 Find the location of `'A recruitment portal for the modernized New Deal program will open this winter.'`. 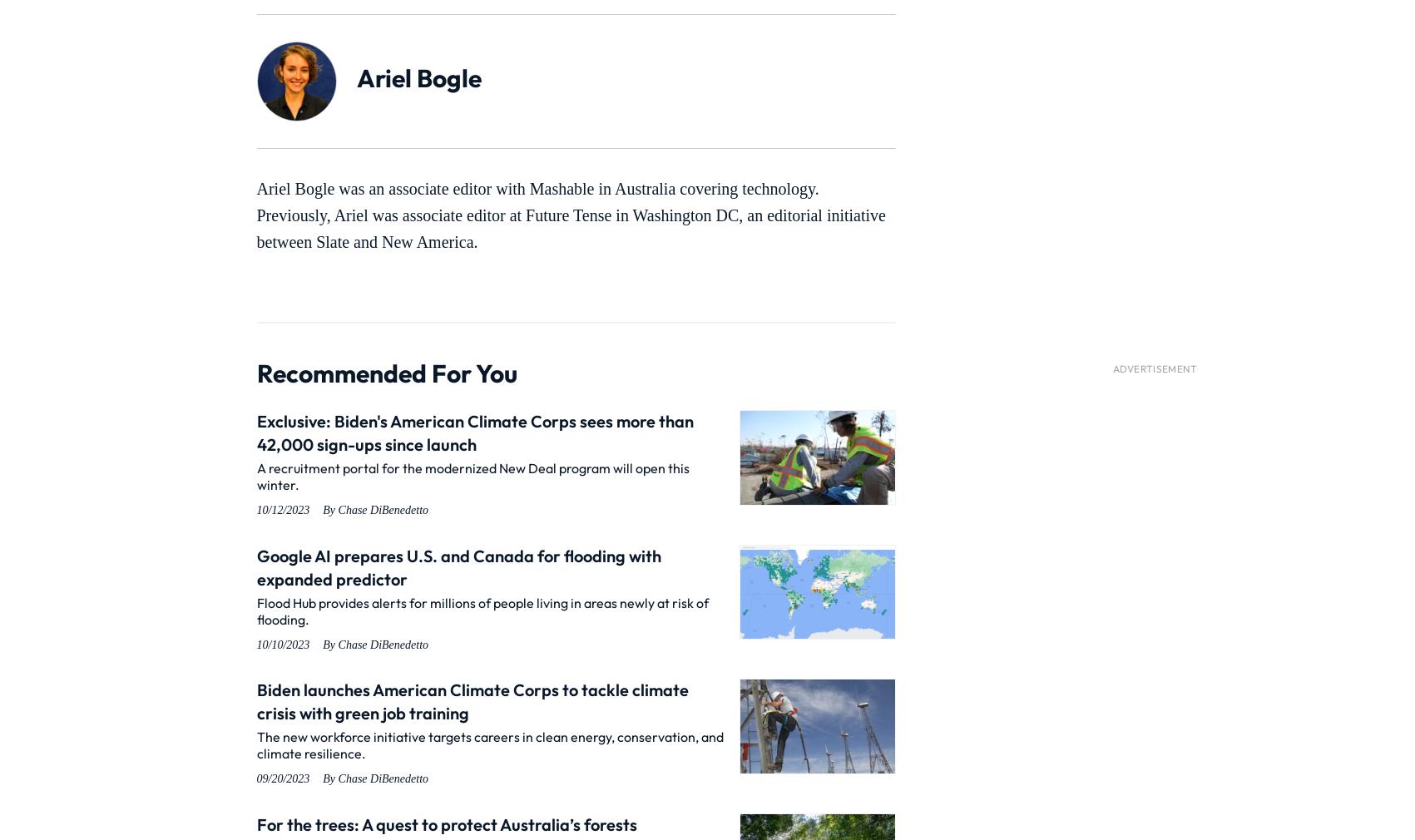

'A recruitment portal for the modernized New Deal program will open this winter.' is located at coordinates (472, 475).